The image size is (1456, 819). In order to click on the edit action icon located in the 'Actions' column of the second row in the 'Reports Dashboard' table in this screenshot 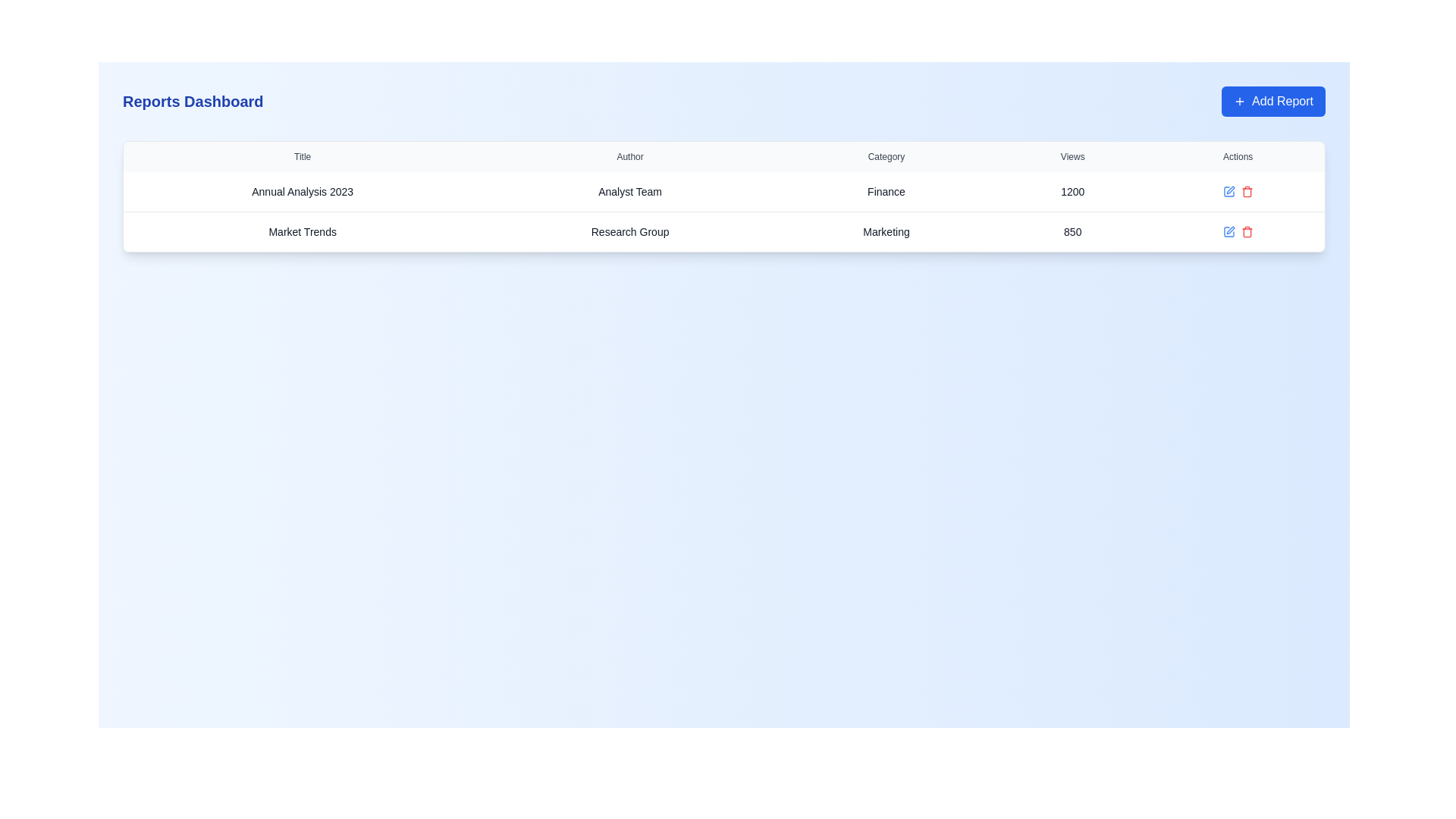, I will do `click(1228, 231)`.